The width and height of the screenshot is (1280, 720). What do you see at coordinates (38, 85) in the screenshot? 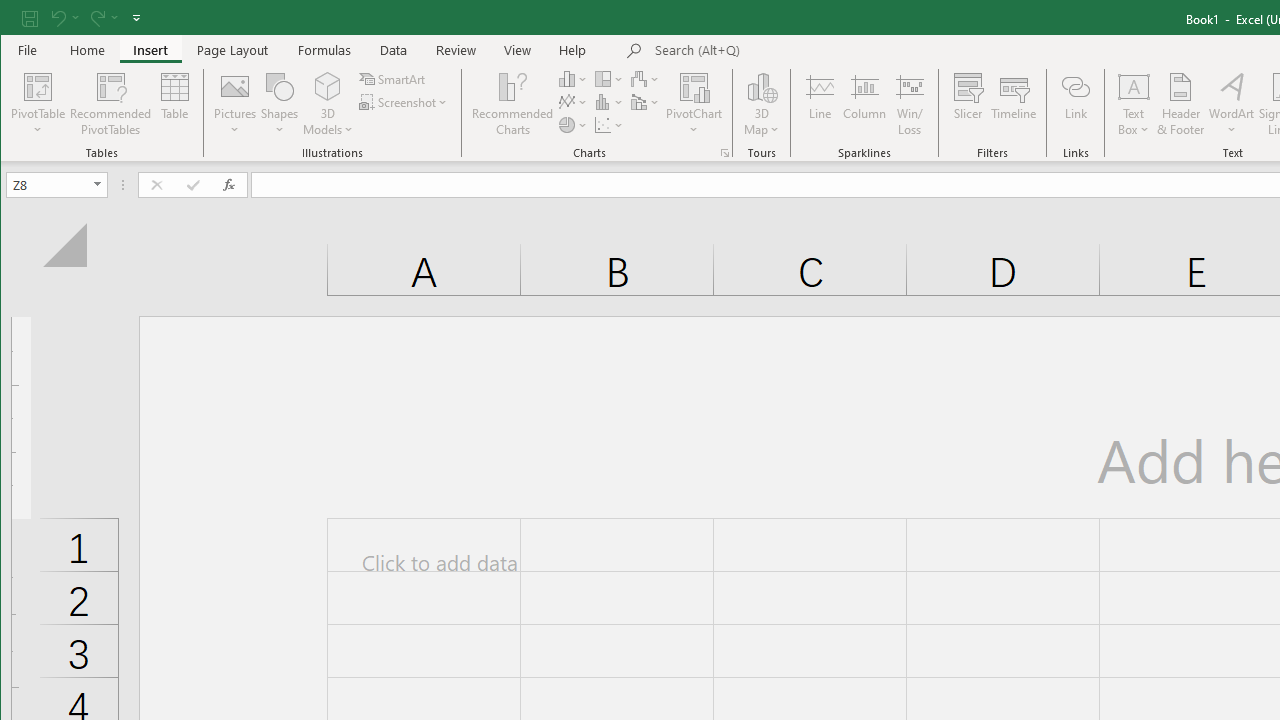
I see `'PivotTable'` at bounding box center [38, 85].